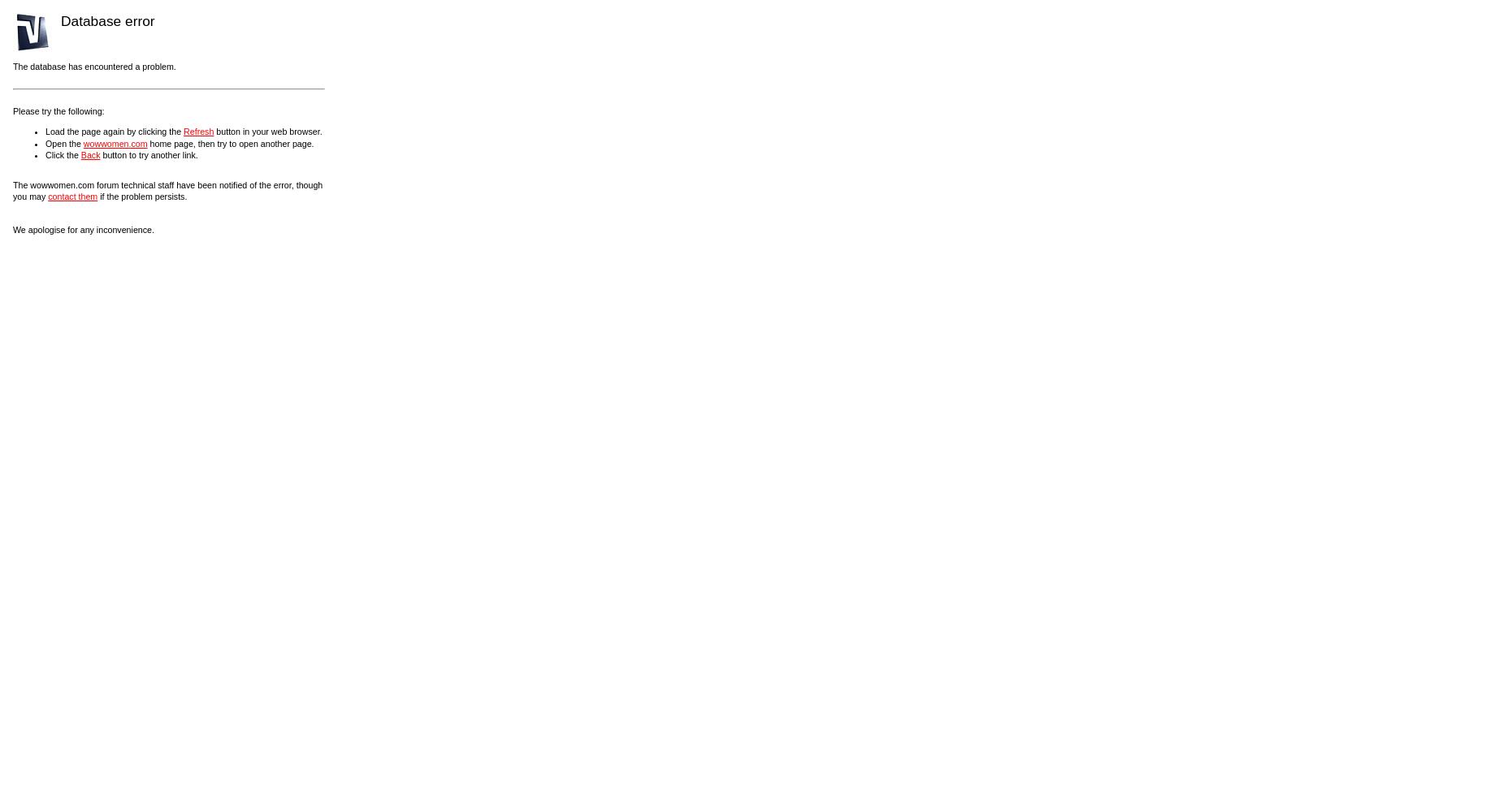 The width and height of the screenshot is (1503, 812). What do you see at coordinates (57, 110) in the screenshot?
I see `'Please try the following:'` at bounding box center [57, 110].